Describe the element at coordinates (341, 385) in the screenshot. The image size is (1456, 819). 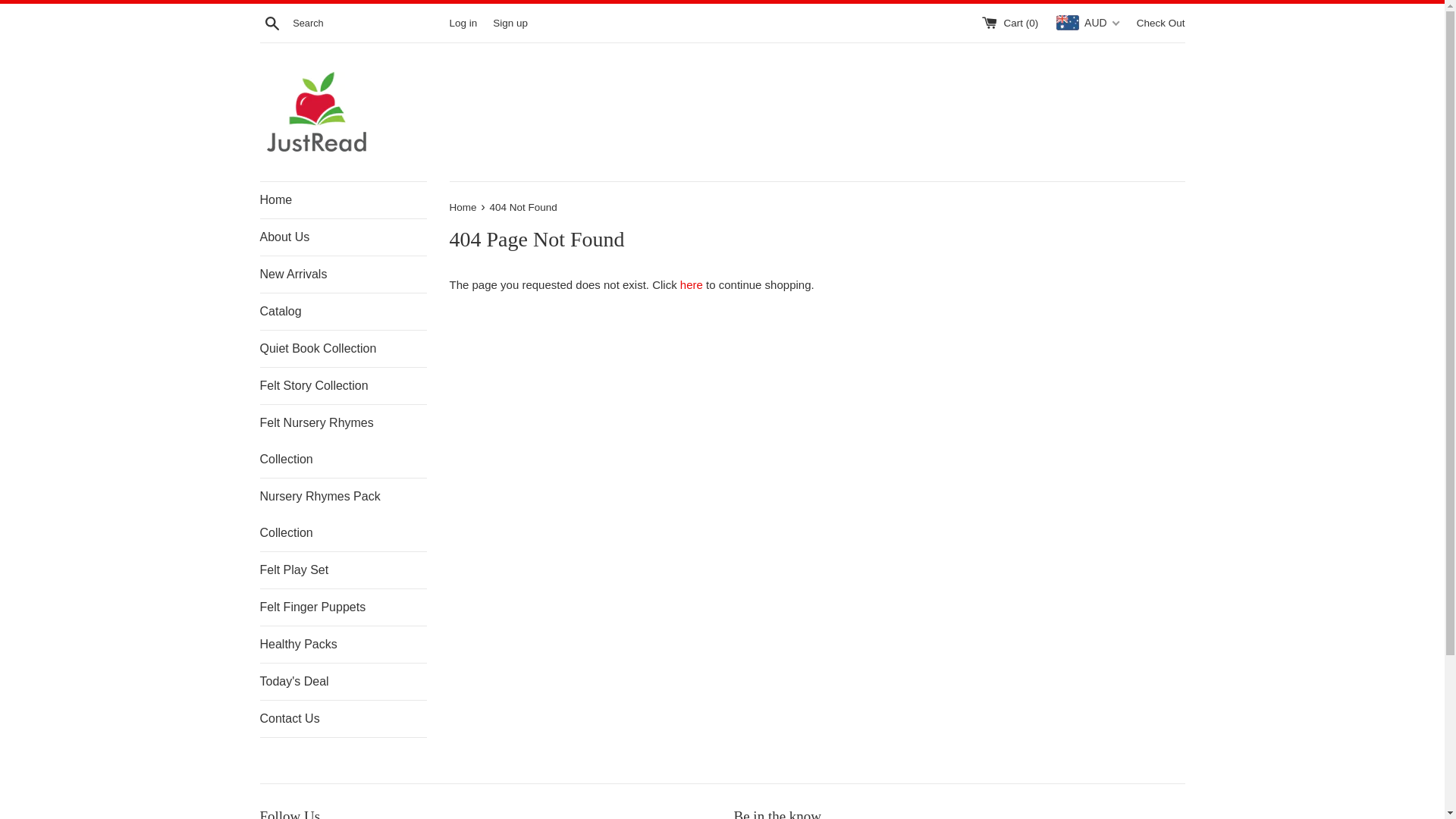
I see `'Felt Story Collection'` at that location.